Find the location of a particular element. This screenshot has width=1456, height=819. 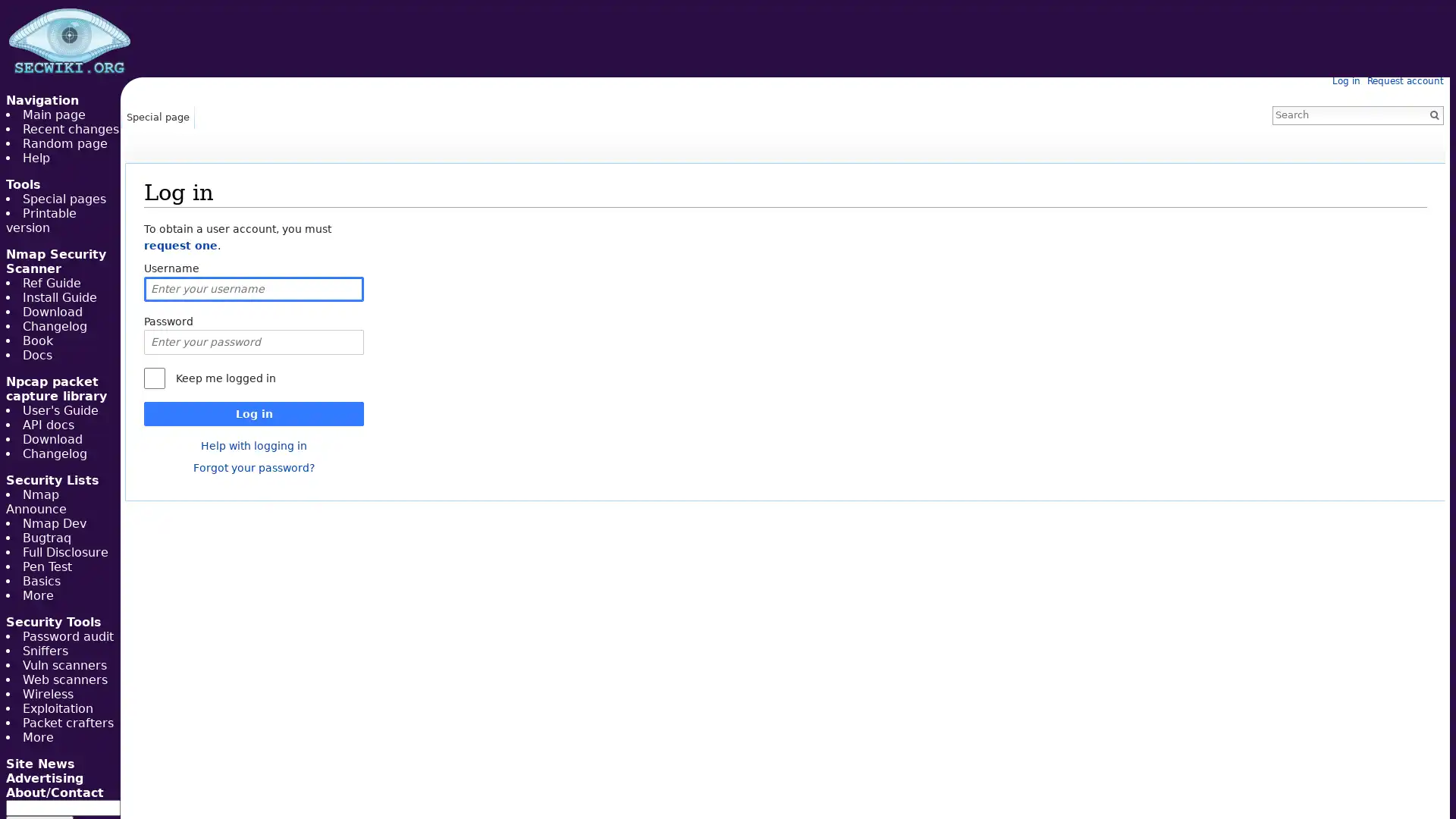

Log in is located at coordinates (254, 413).